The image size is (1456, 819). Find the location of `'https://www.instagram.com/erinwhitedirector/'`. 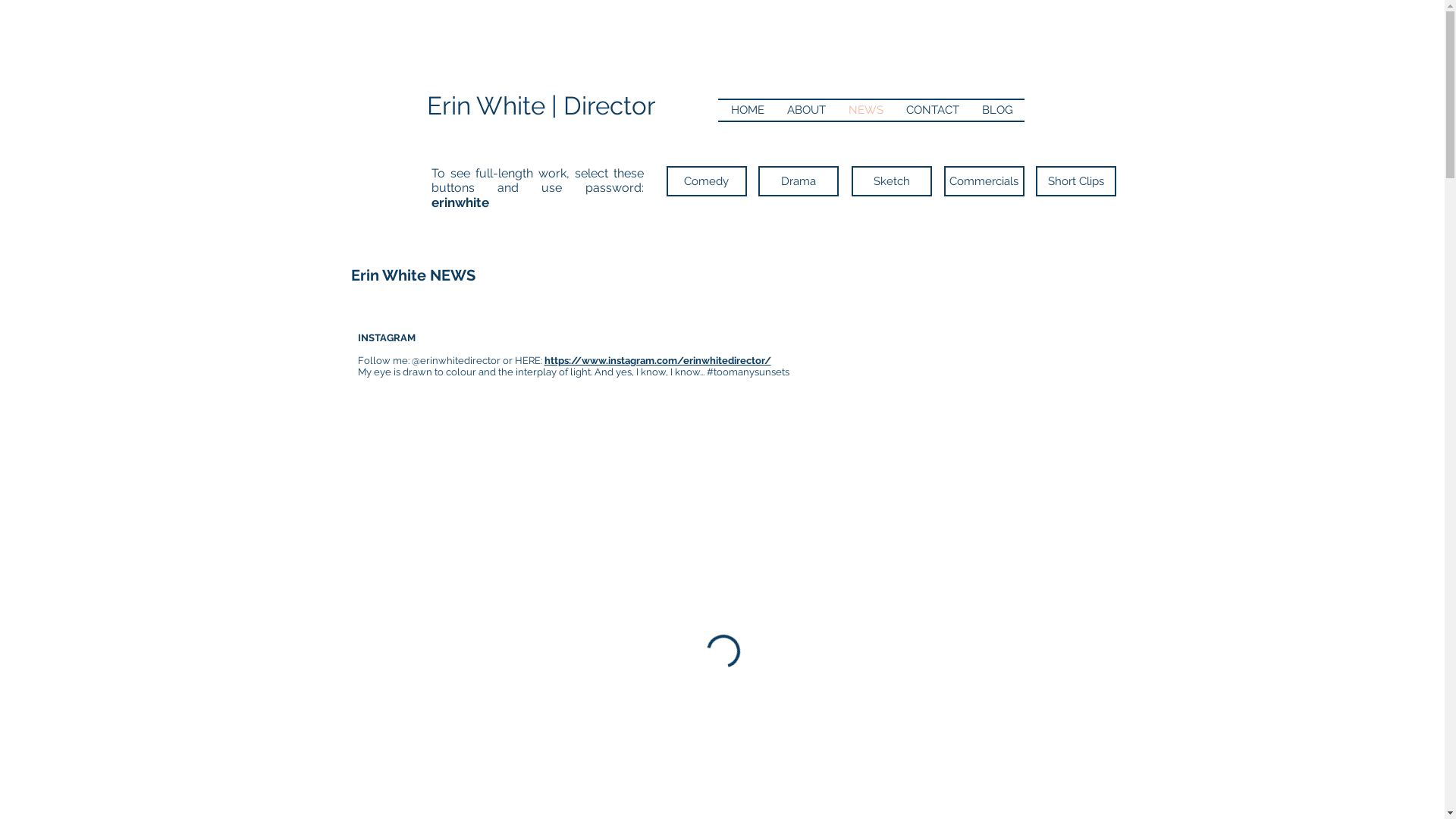

'https://www.instagram.com/erinwhitedirector/' is located at coordinates (657, 360).